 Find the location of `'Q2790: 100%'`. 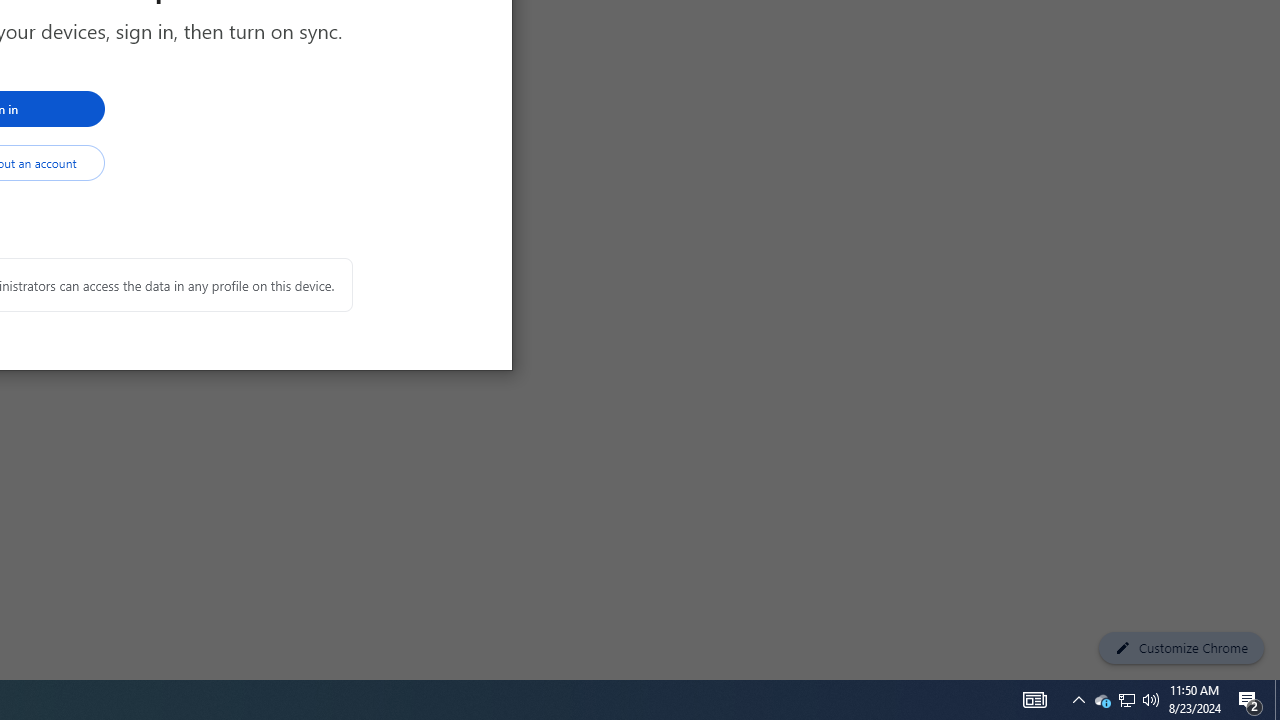

'Q2790: 100%' is located at coordinates (1151, 698).